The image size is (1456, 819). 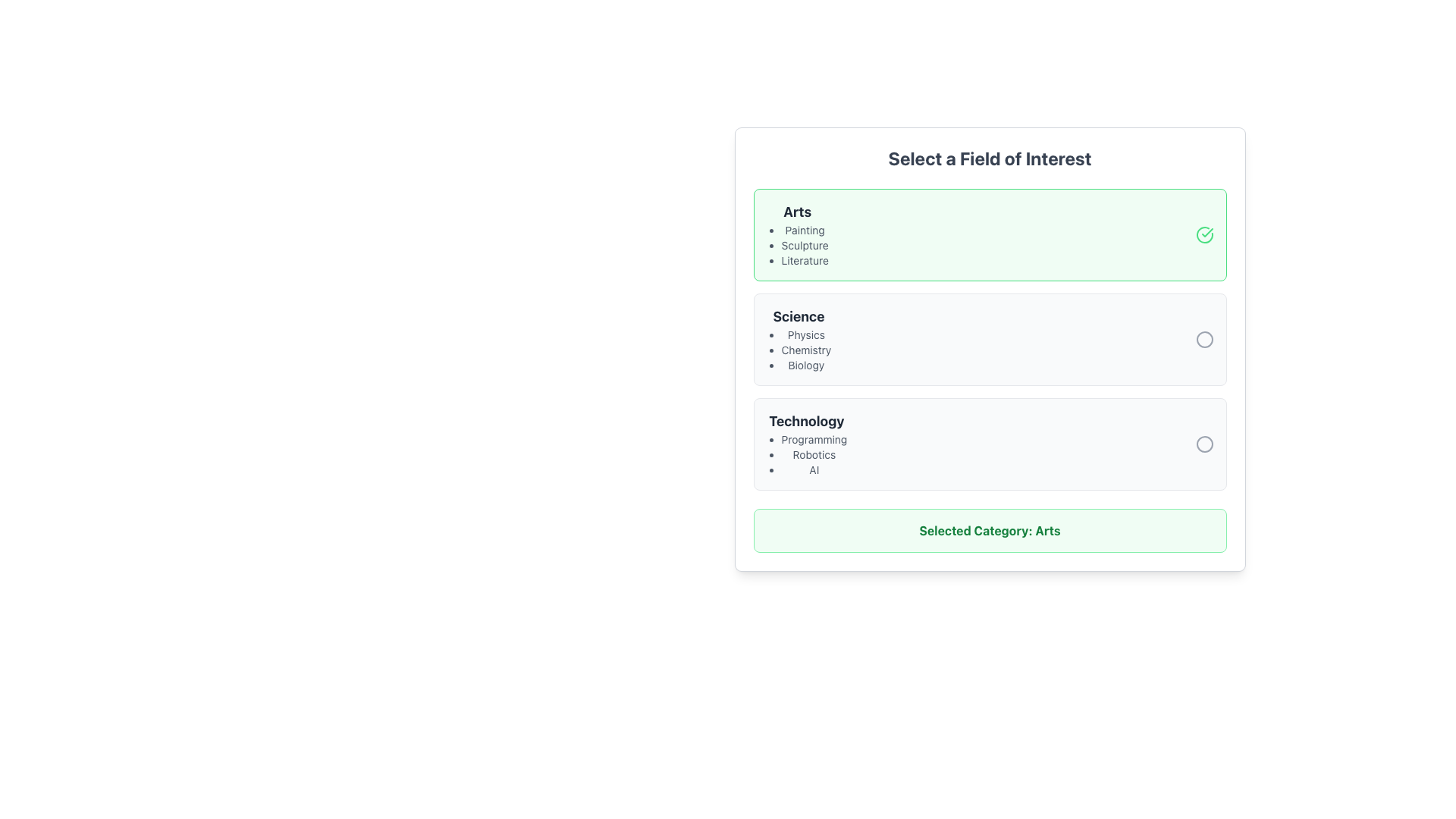 I want to click on the minimalist circular outline icon in gray, located at the right end of the 'Technology' field of interest section, so click(x=1203, y=444).